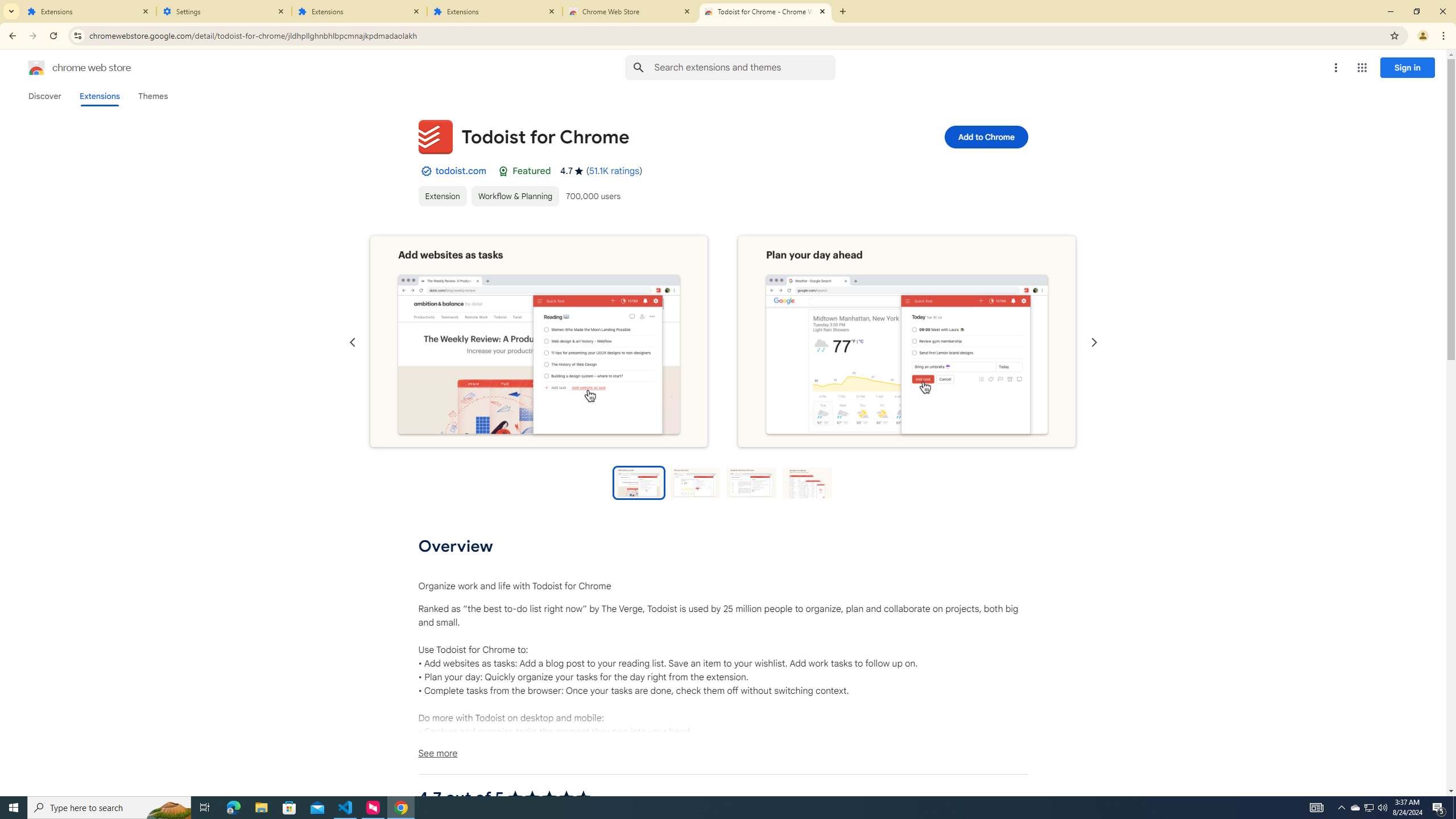  What do you see at coordinates (435, 137) in the screenshot?
I see `'Item logo image for Todoist for Chrome'` at bounding box center [435, 137].